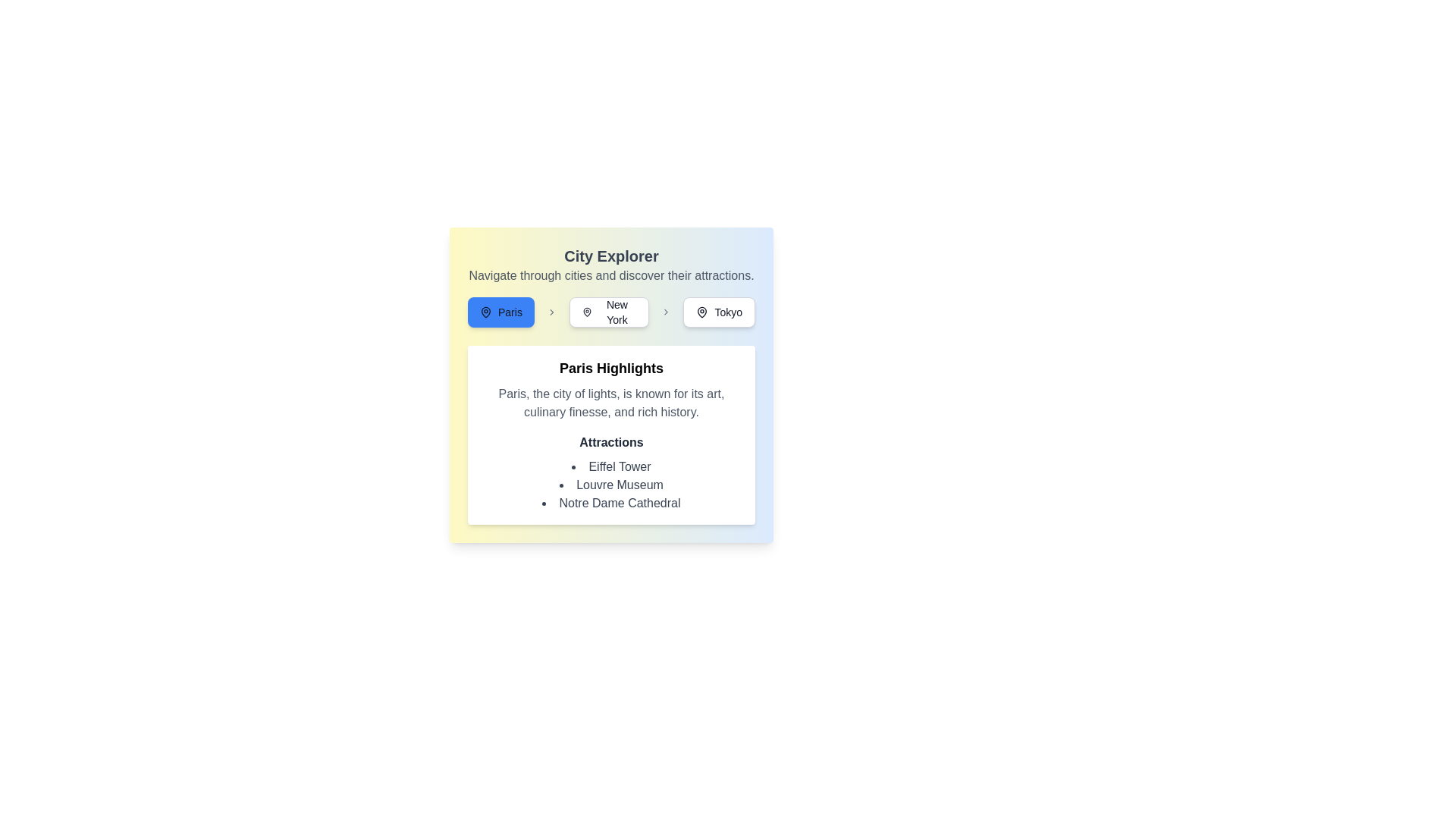  I want to click on the static text item reading 'Eiffel Tower' styled in gray color, which is the first item in the bulleted list under the heading 'Attractions' in the 'Paris Highlights' section, so click(611, 466).